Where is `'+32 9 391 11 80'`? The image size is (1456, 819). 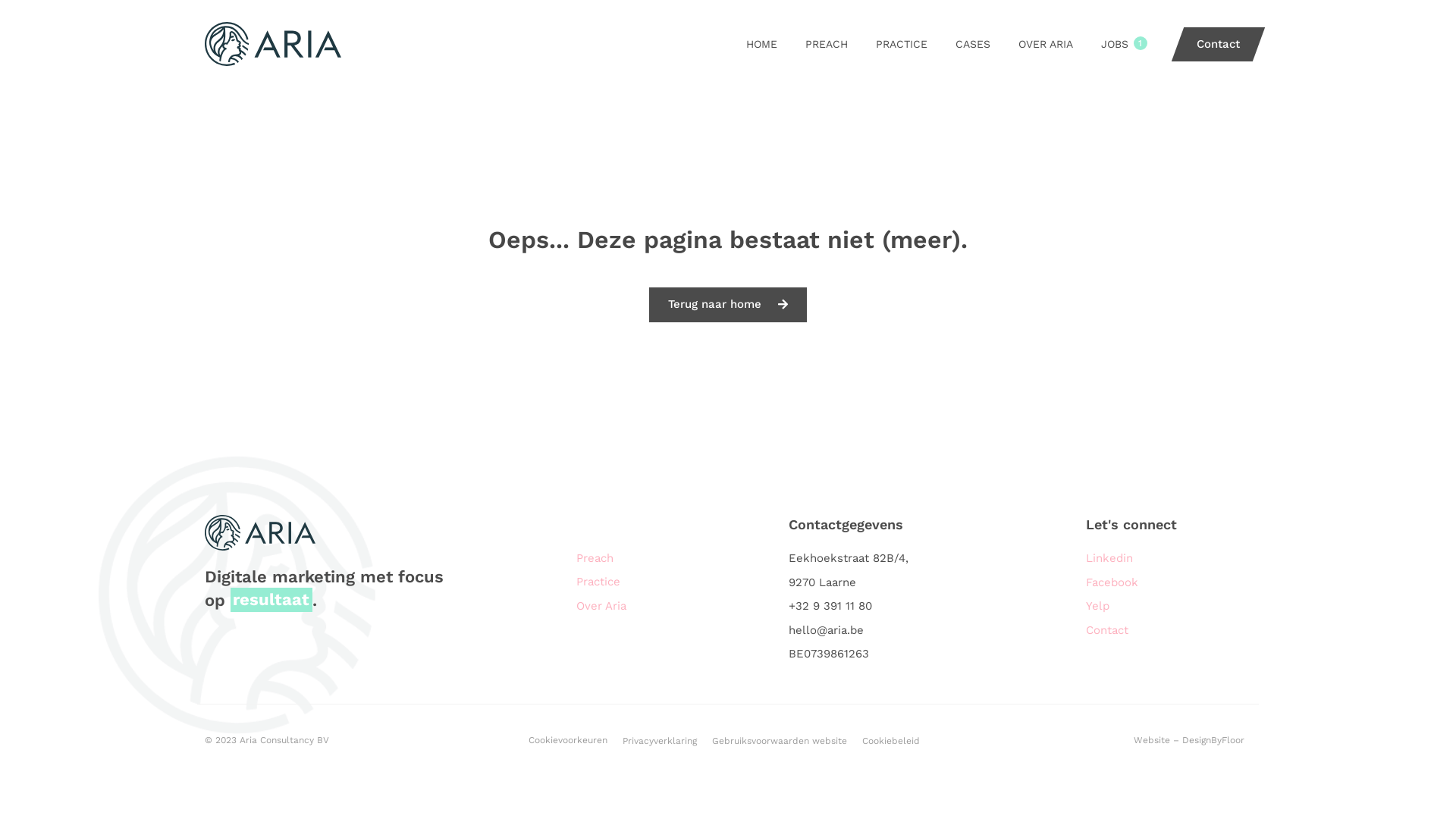 '+32 9 391 11 80' is located at coordinates (887, 605).